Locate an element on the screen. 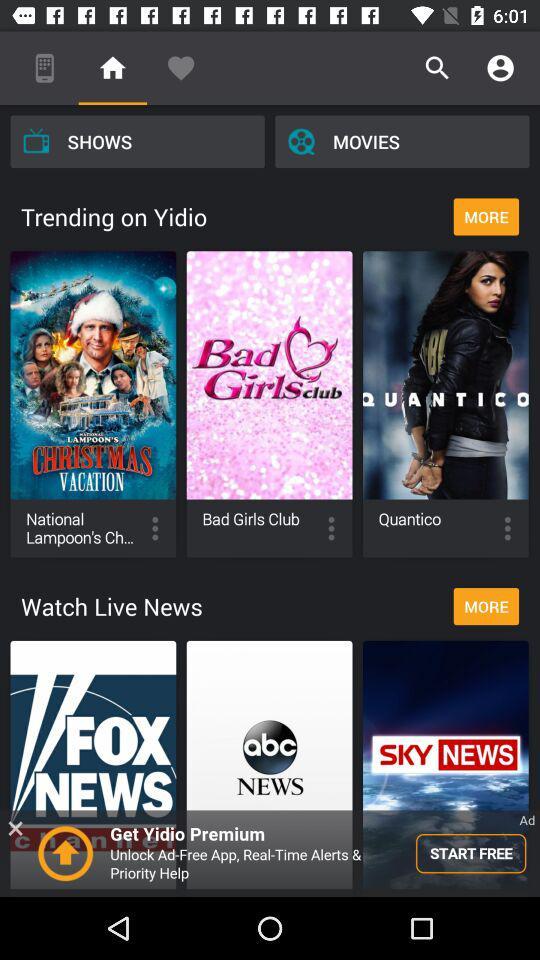 The image size is (540, 960). movies item is located at coordinates (402, 140).